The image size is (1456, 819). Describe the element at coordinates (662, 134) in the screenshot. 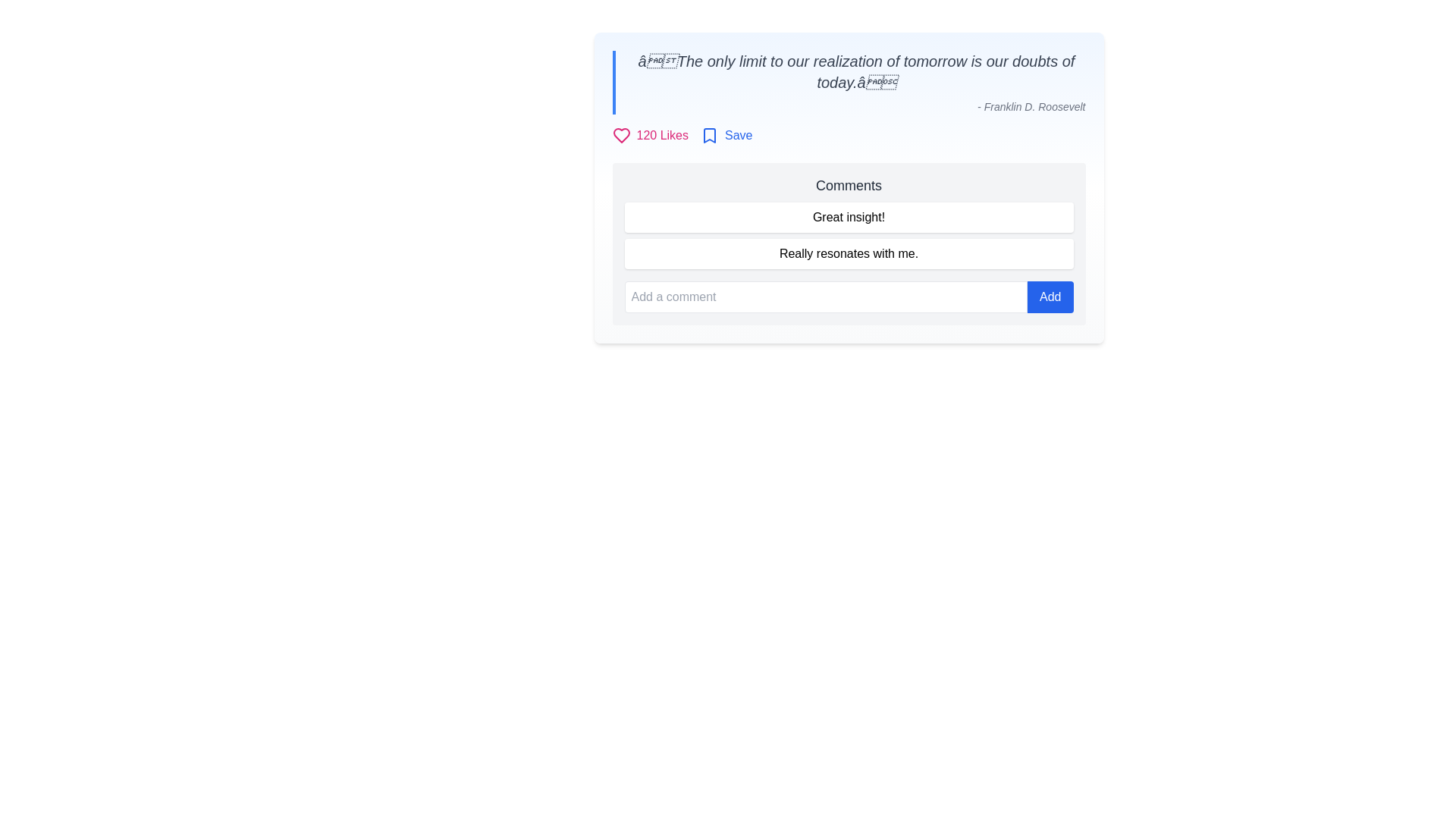

I see `the text display showing '120 Likes' styled in pink, which is adjacent to the heart icon indicating a like action` at that location.